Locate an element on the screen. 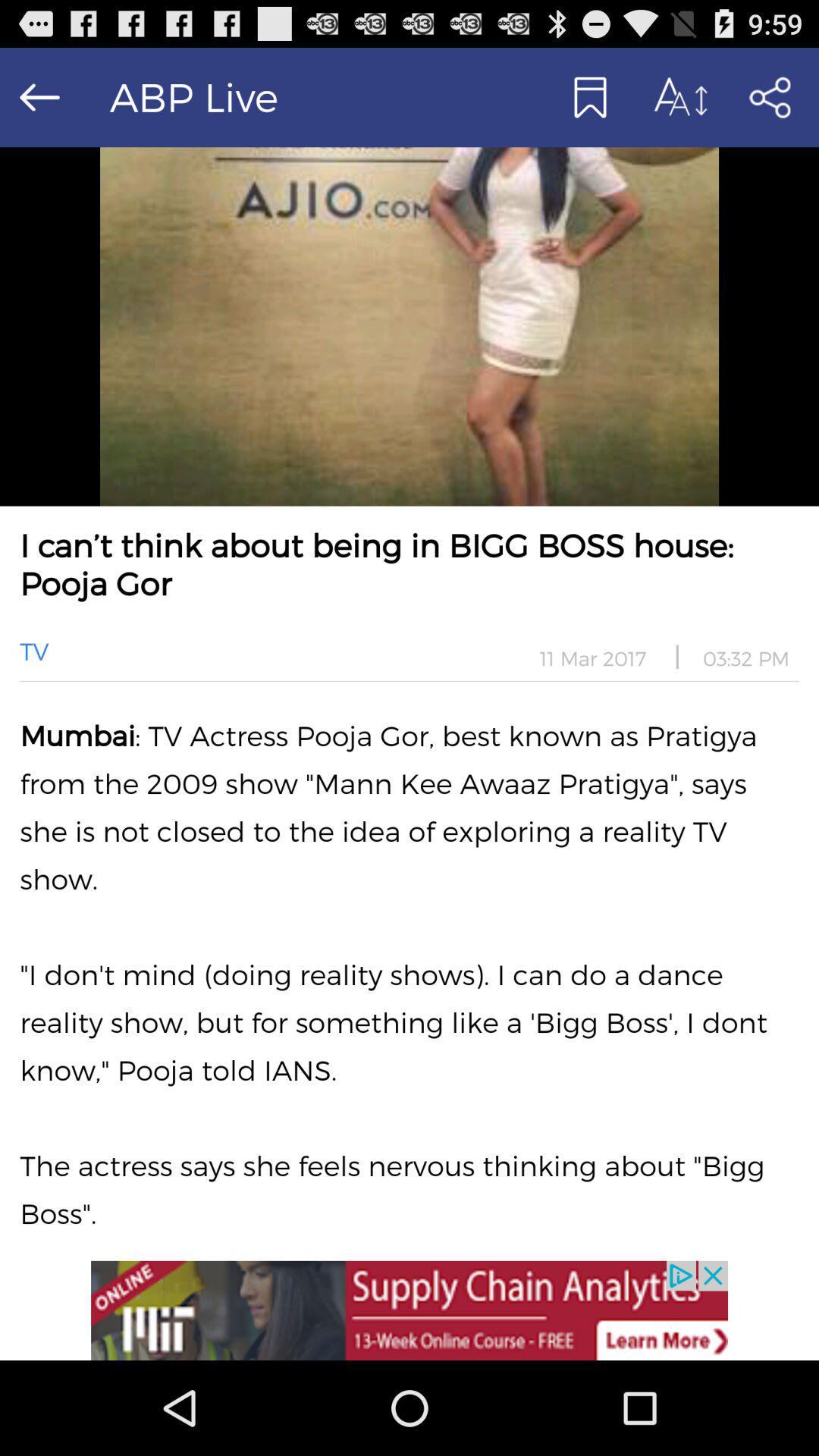 The height and width of the screenshot is (1456, 819). the bookmark icon is located at coordinates (588, 103).